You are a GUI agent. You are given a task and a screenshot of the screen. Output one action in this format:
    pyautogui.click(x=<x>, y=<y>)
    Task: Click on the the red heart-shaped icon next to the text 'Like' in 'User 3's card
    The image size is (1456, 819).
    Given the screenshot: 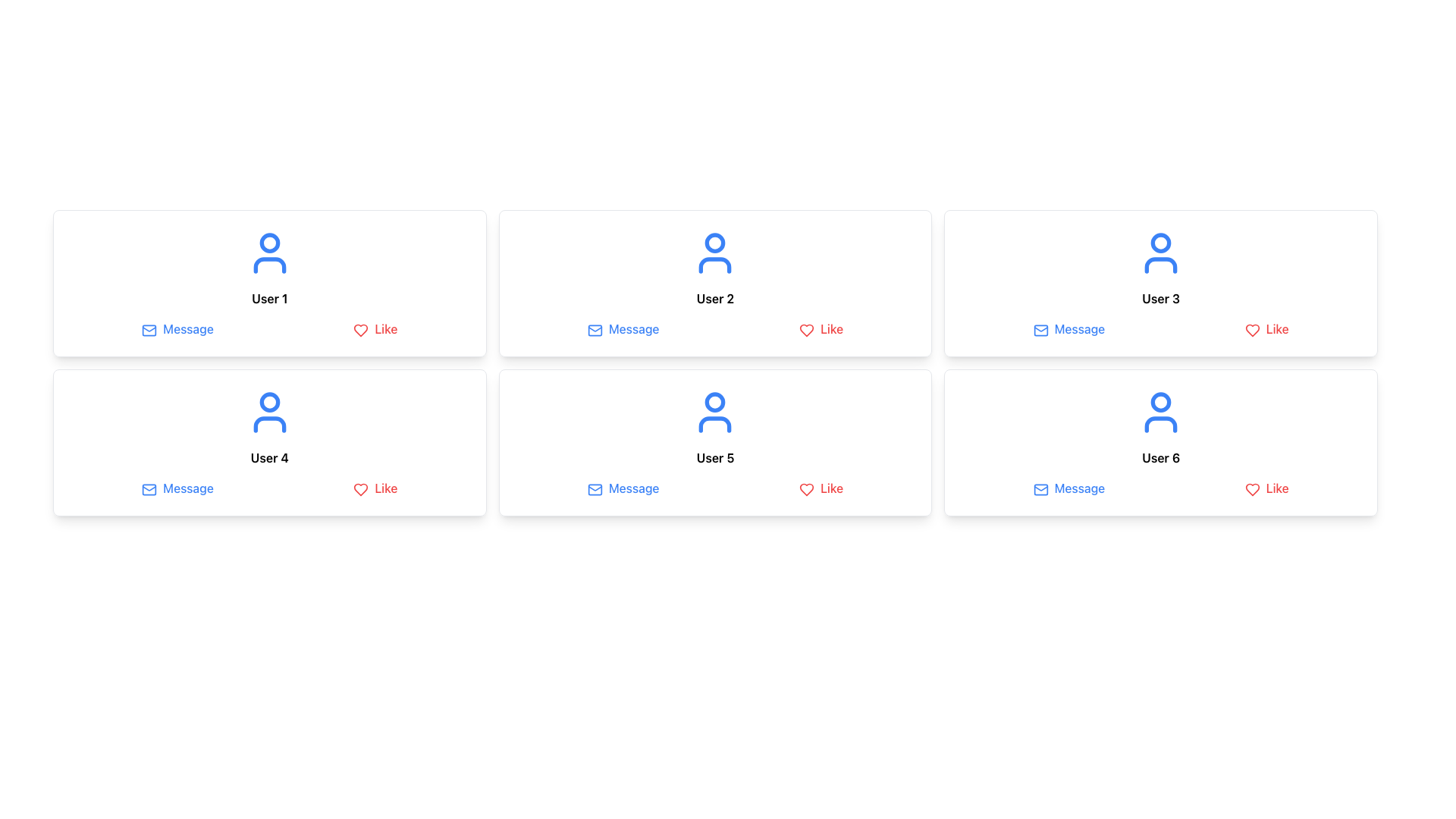 What is the action you would take?
    pyautogui.click(x=1252, y=329)
    